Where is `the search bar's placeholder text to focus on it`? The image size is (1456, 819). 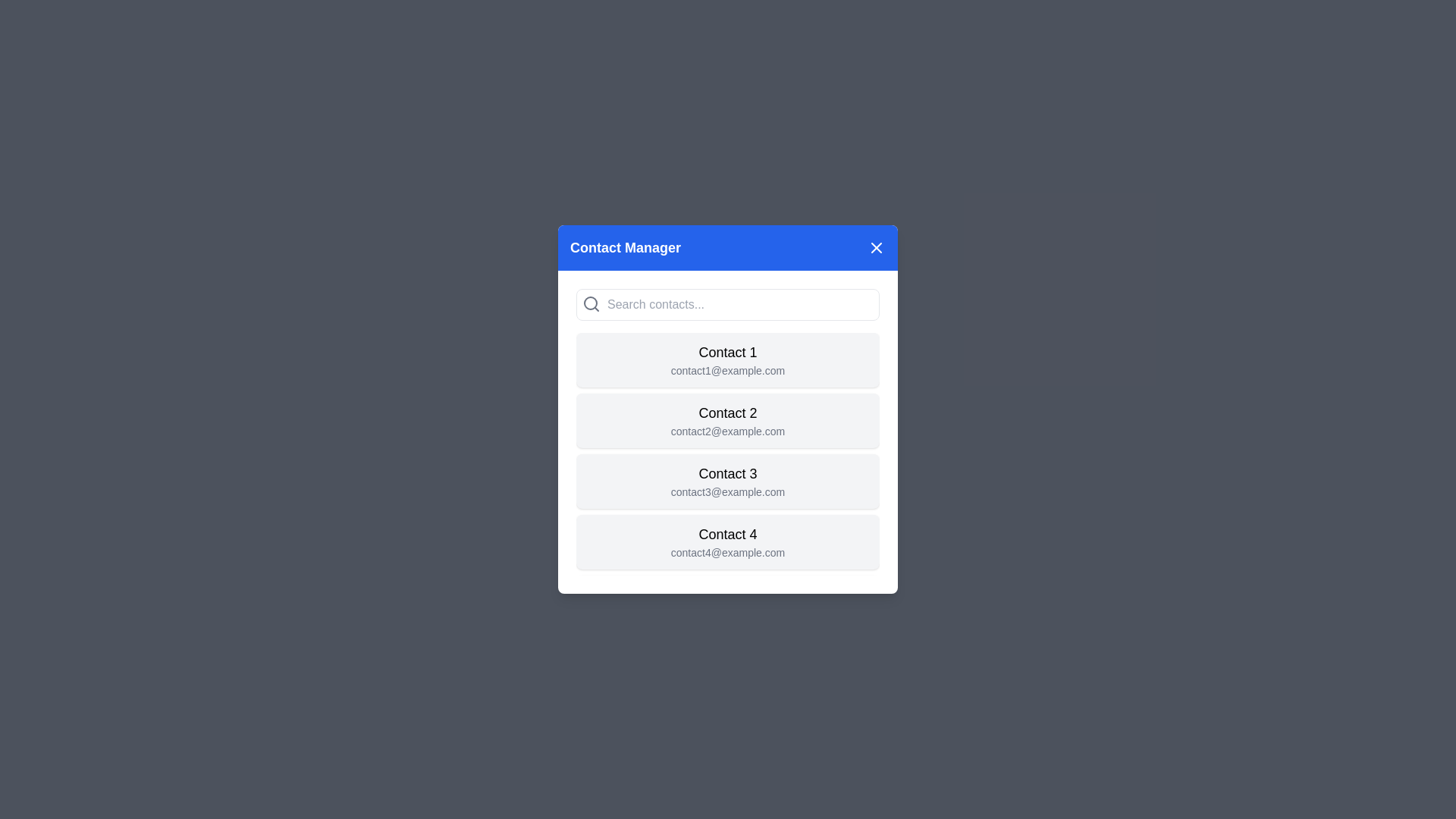
the search bar's placeholder text to focus on it is located at coordinates (728, 304).